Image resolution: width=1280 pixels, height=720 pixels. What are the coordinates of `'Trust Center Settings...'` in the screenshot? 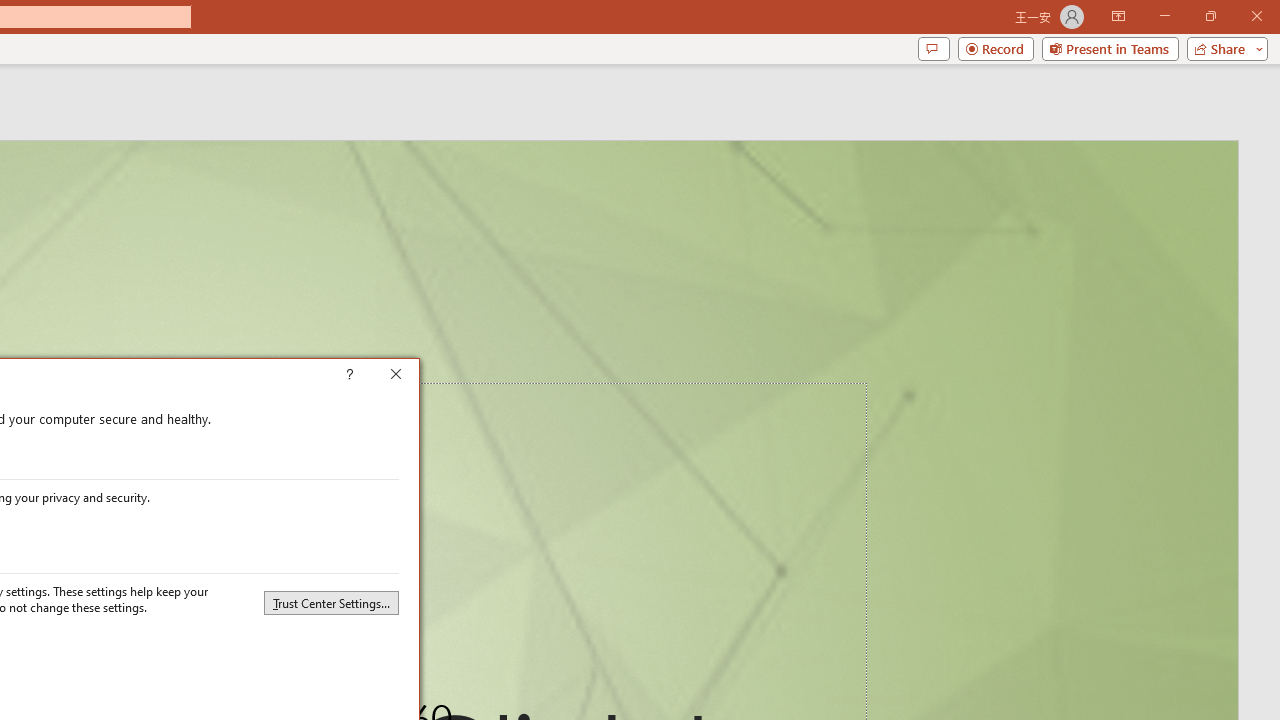 It's located at (331, 602).